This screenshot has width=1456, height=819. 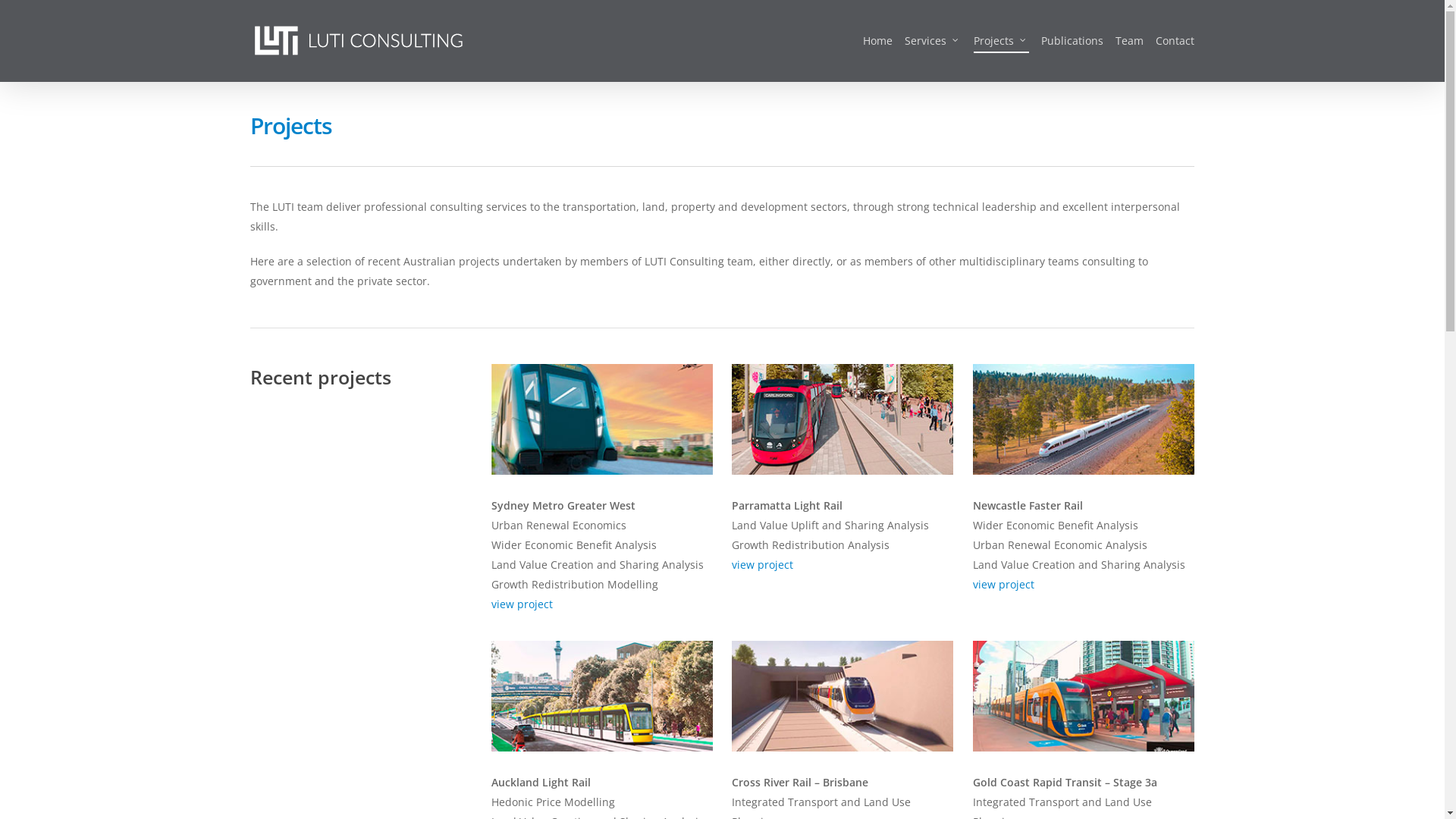 What do you see at coordinates (1001, 40) in the screenshot?
I see `'Projects'` at bounding box center [1001, 40].